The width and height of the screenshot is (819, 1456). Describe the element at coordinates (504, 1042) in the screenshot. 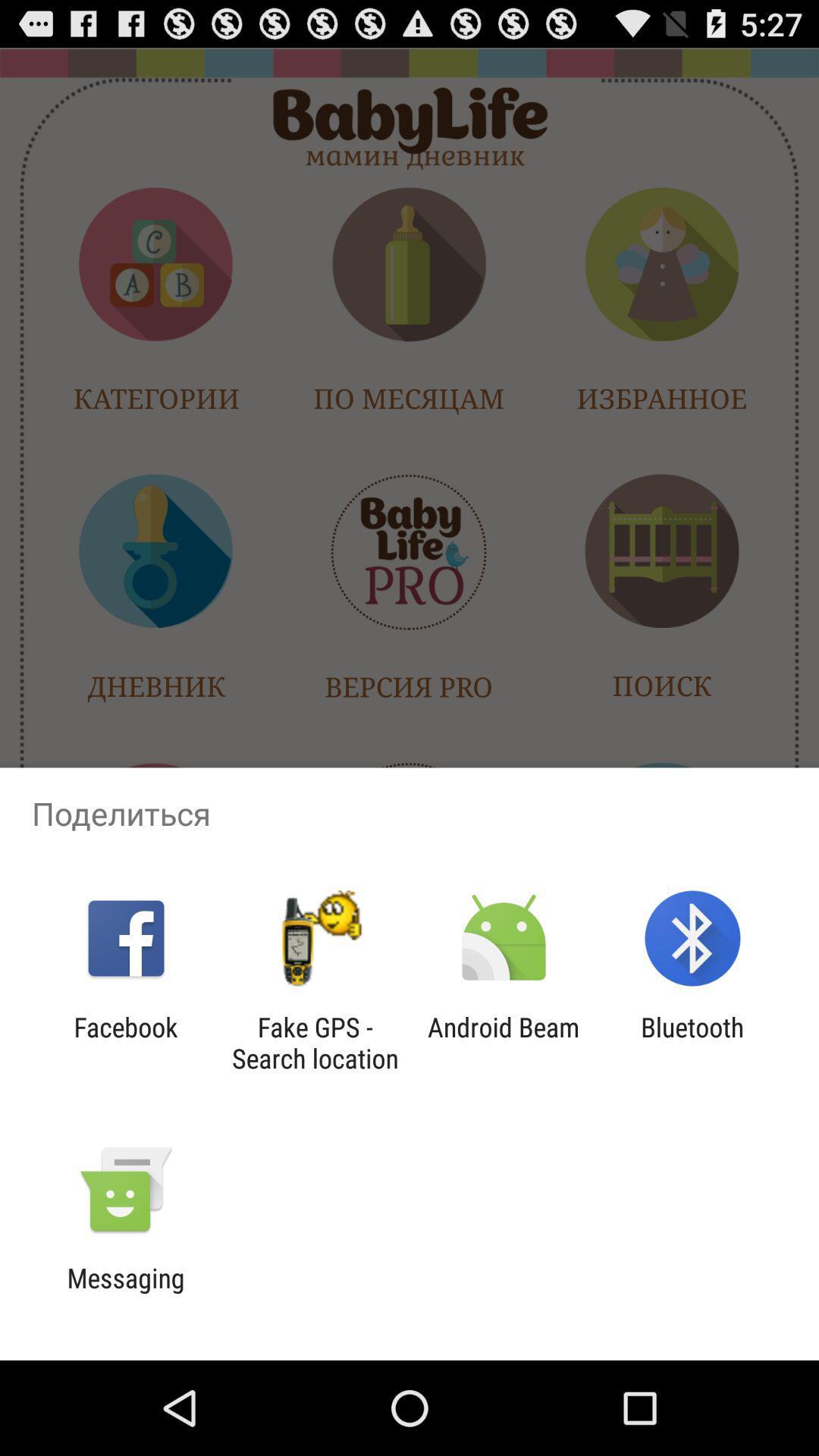

I see `the item next to the fake gps search item` at that location.